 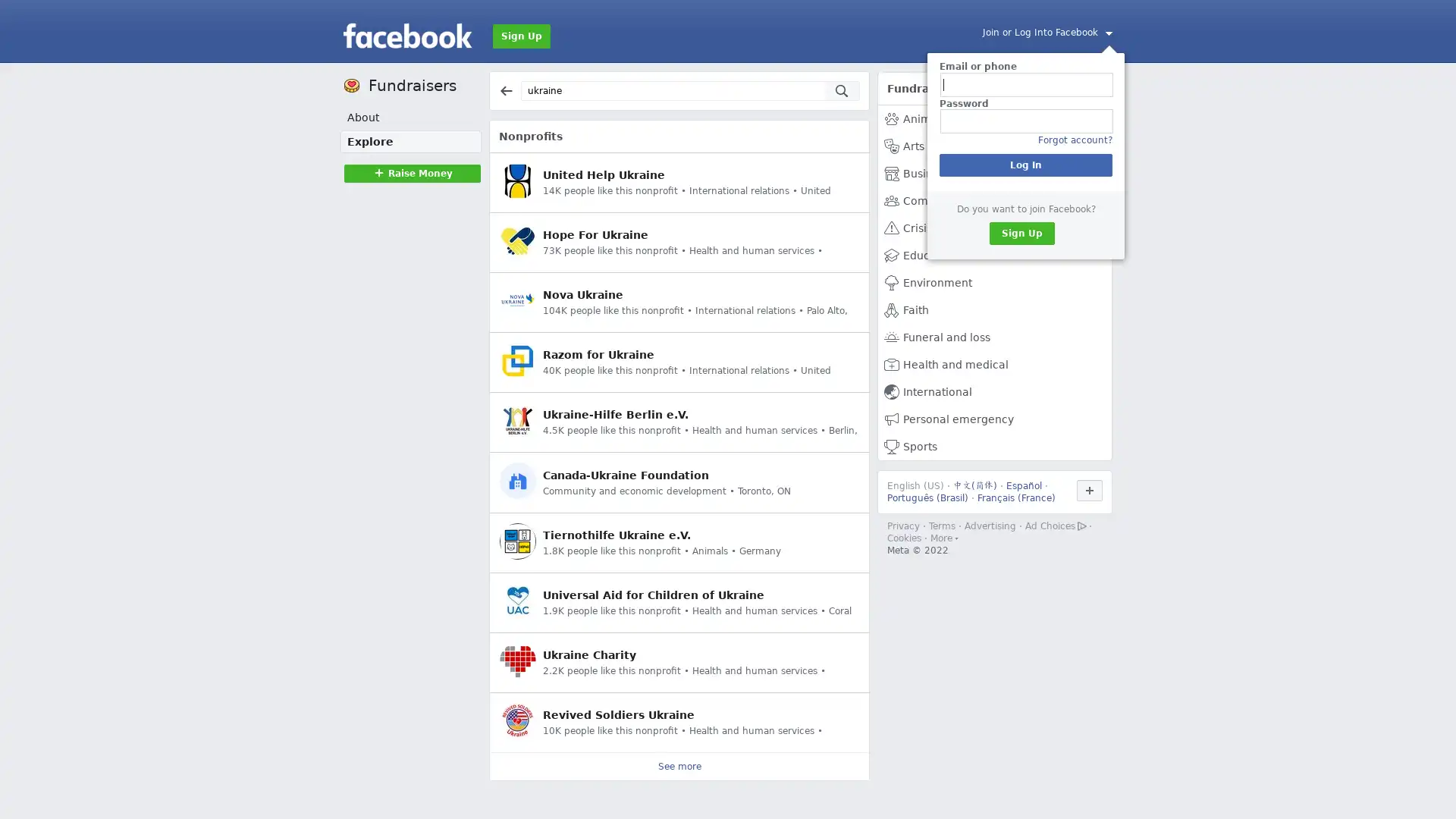 I want to click on Sign Up, so click(x=1022, y=234).